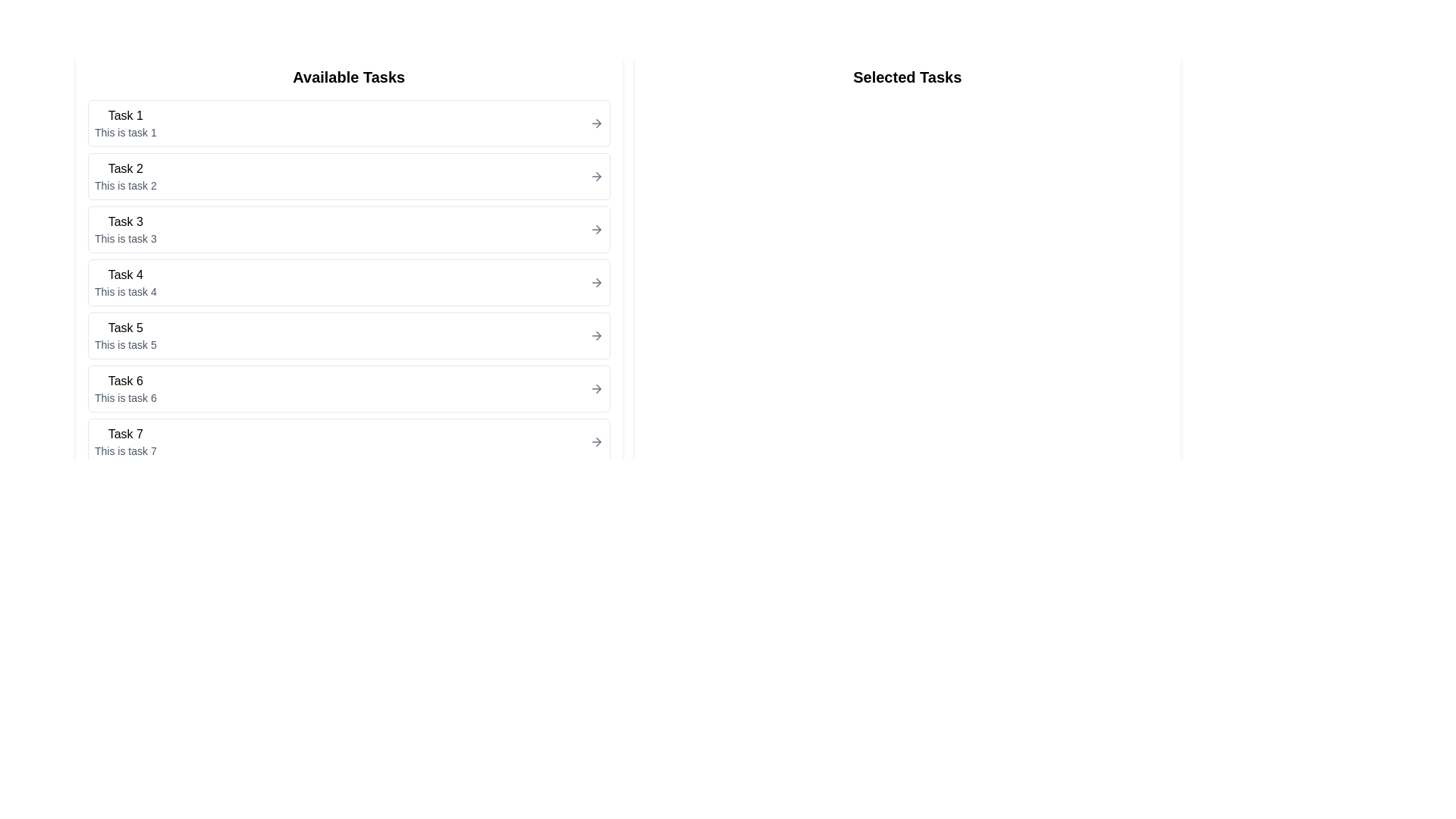 This screenshot has height=819, width=1456. What do you see at coordinates (125, 345) in the screenshot?
I see `the text label that provides a description or subheading for 'Task 5', which is positioned below the title 'Task 5' in the 'Available Tasks' section` at bounding box center [125, 345].